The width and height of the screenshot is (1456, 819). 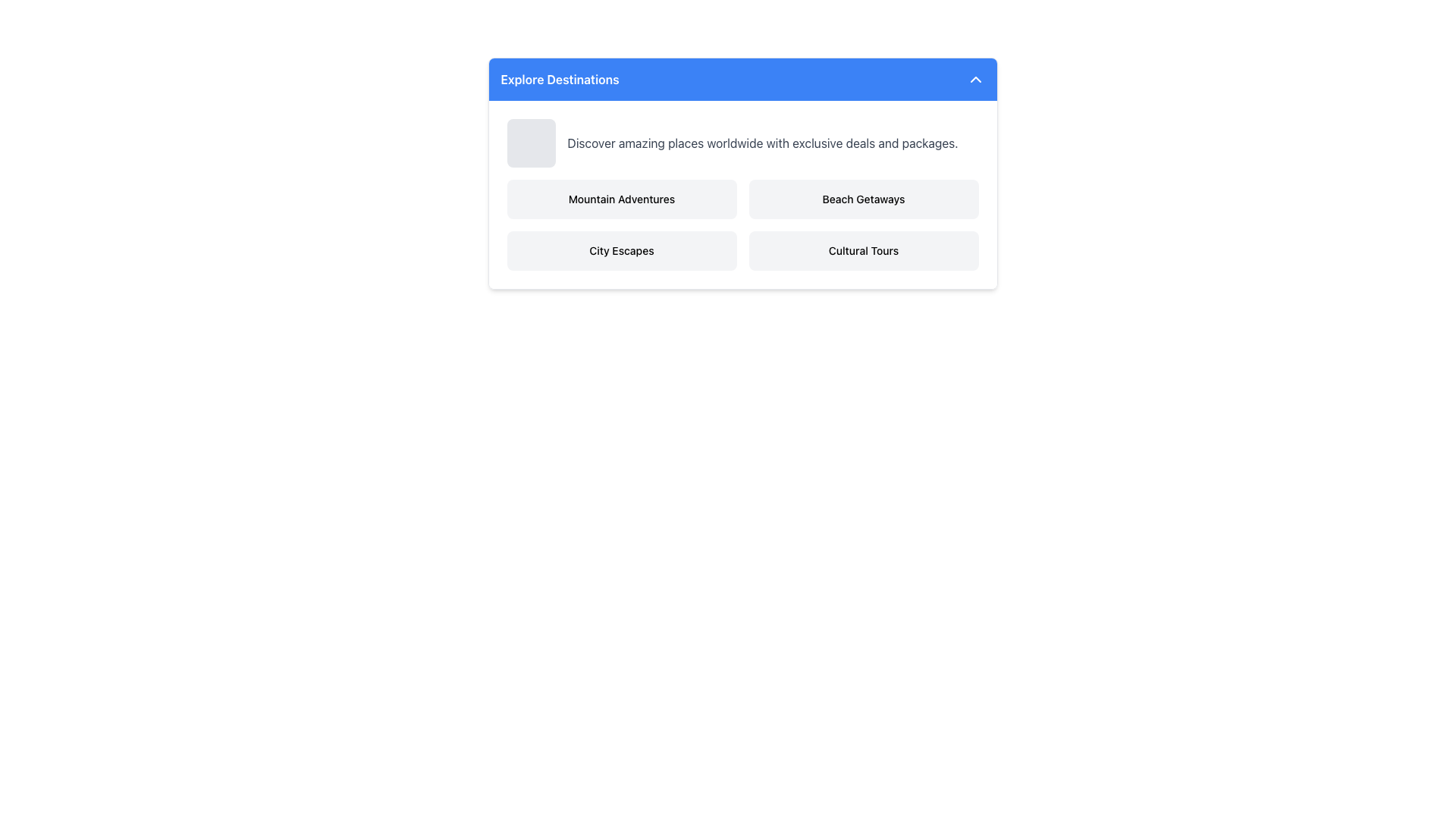 What do you see at coordinates (559, 79) in the screenshot?
I see `text content of the Text Label that displays 'Explore Destinations' in bold white font on a blue background, located in the horizontal header menu bar` at bounding box center [559, 79].